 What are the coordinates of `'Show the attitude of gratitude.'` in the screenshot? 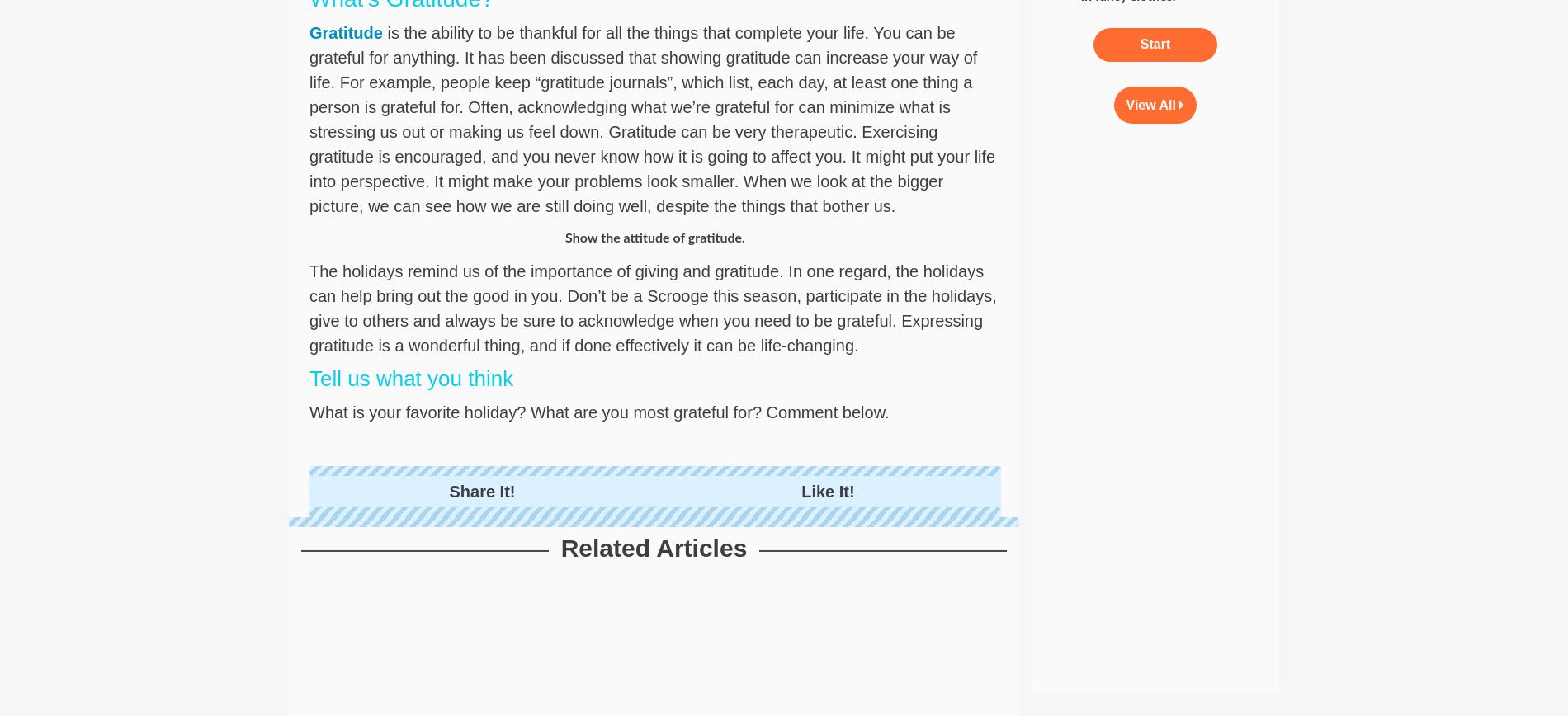 It's located at (654, 238).